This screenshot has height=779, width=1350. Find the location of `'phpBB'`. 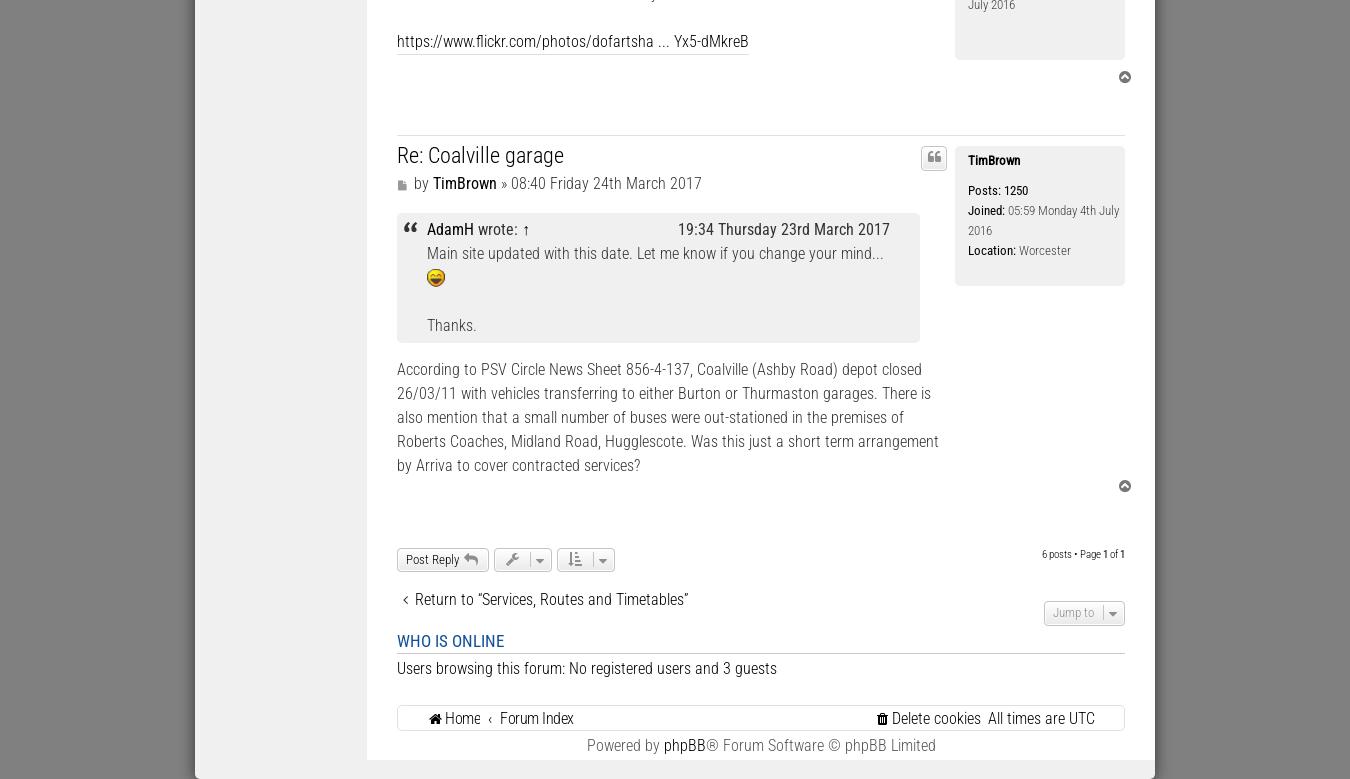

'phpBB' is located at coordinates (683, 743).